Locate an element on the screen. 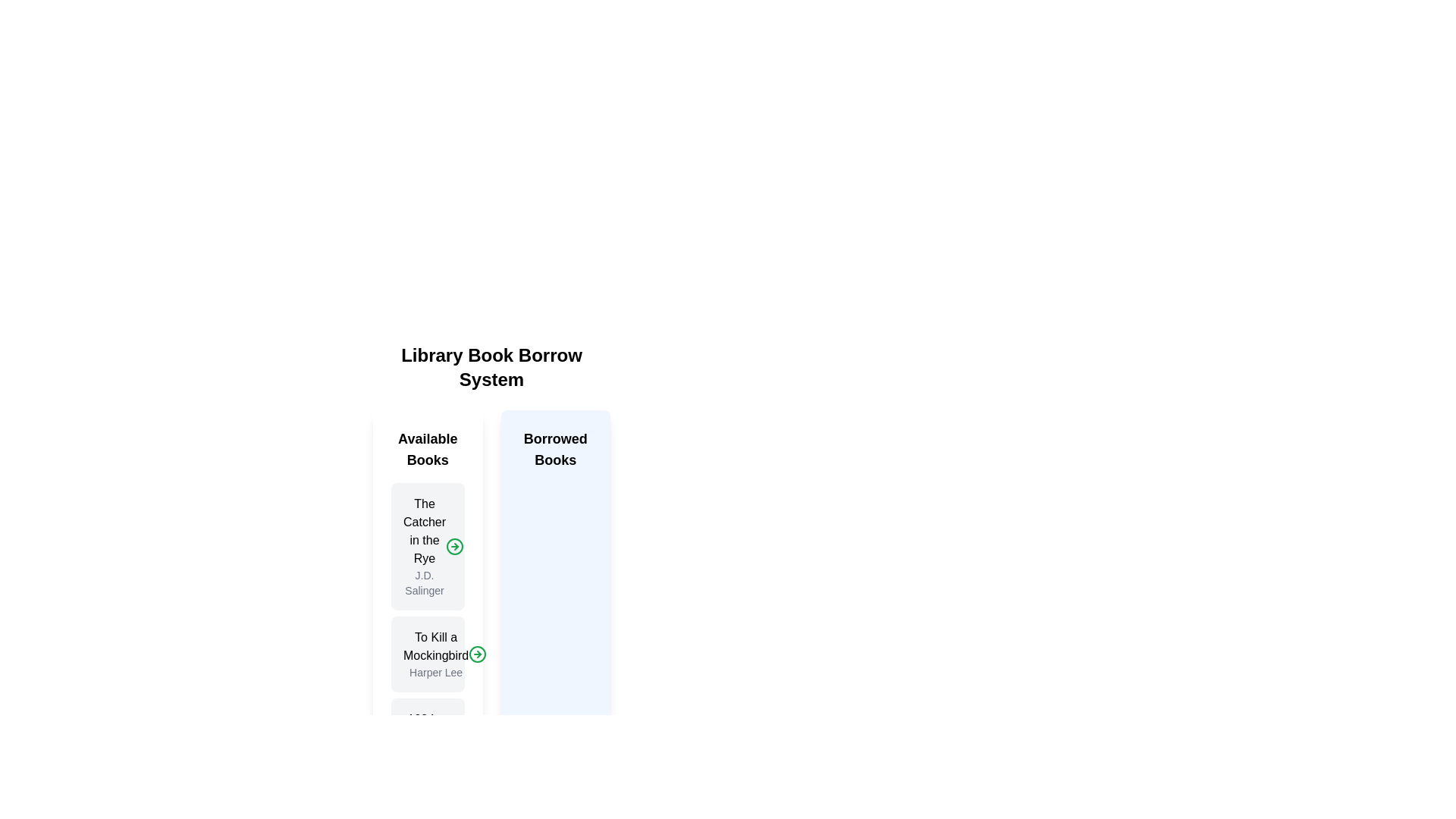 The width and height of the screenshot is (1456, 819). the button to borrow 'The Catcher in the Rye' from the 'Available Books' section is located at coordinates (454, 547).